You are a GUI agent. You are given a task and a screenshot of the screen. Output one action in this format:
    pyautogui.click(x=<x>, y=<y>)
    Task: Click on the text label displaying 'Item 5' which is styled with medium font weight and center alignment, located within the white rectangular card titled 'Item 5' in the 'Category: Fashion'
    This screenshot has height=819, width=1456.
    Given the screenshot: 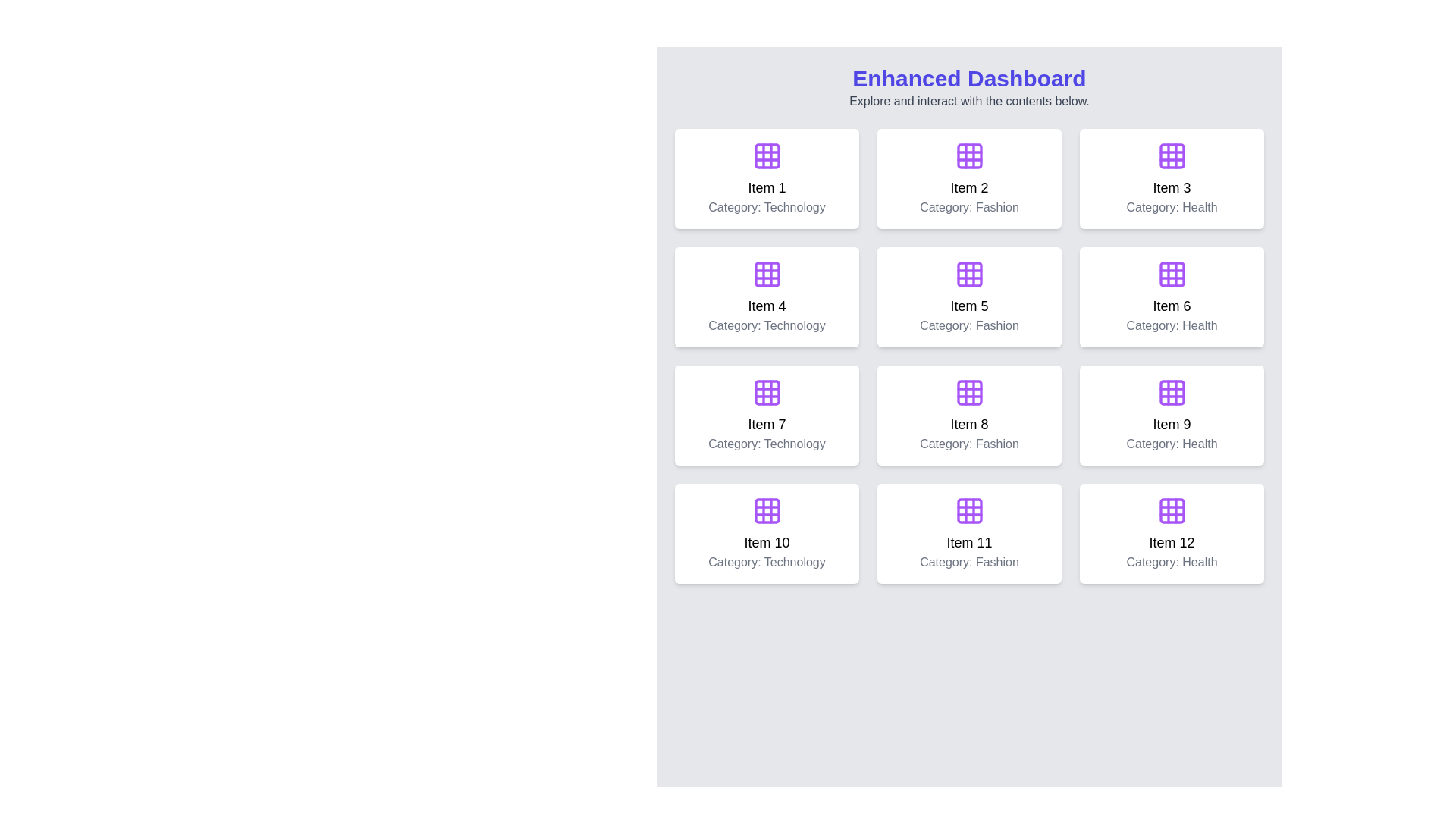 What is the action you would take?
    pyautogui.click(x=968, y=306)
    